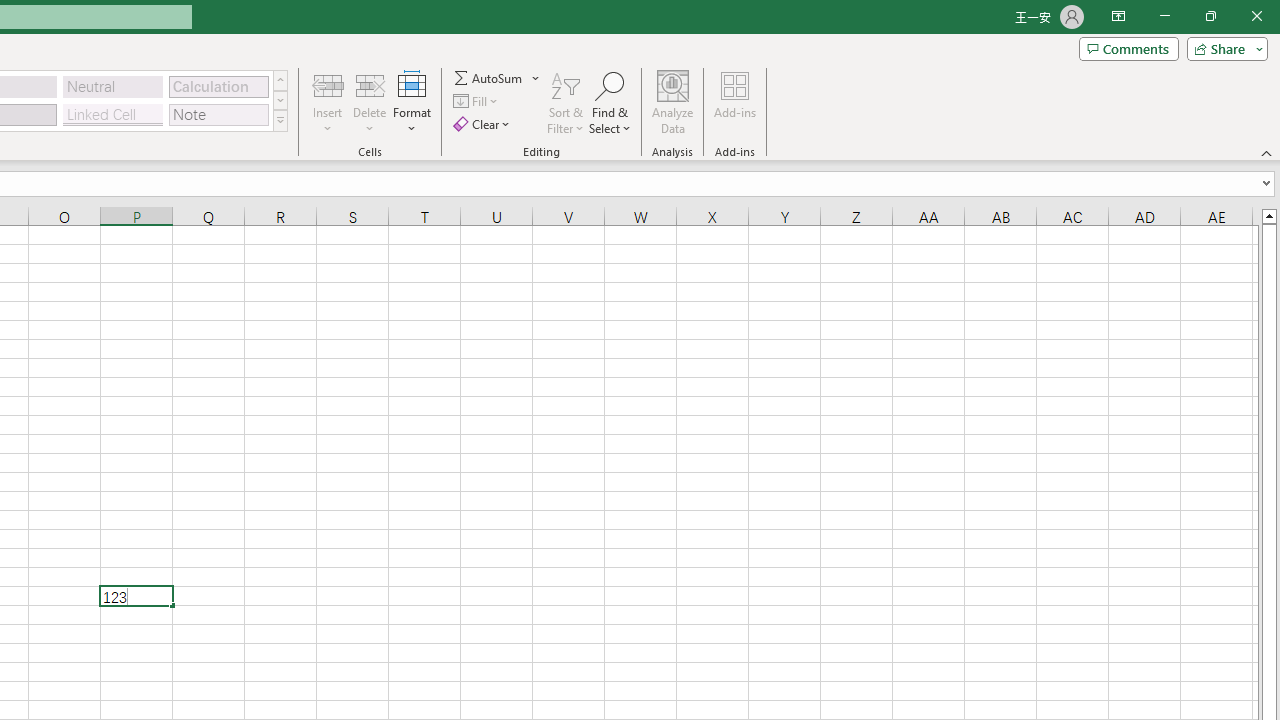 The height and width of the screenshot is (720, 1280). What do you see at coordinates (218, 114) in the screenshot?
I see `'Note'` at bounding box center [218, 114].